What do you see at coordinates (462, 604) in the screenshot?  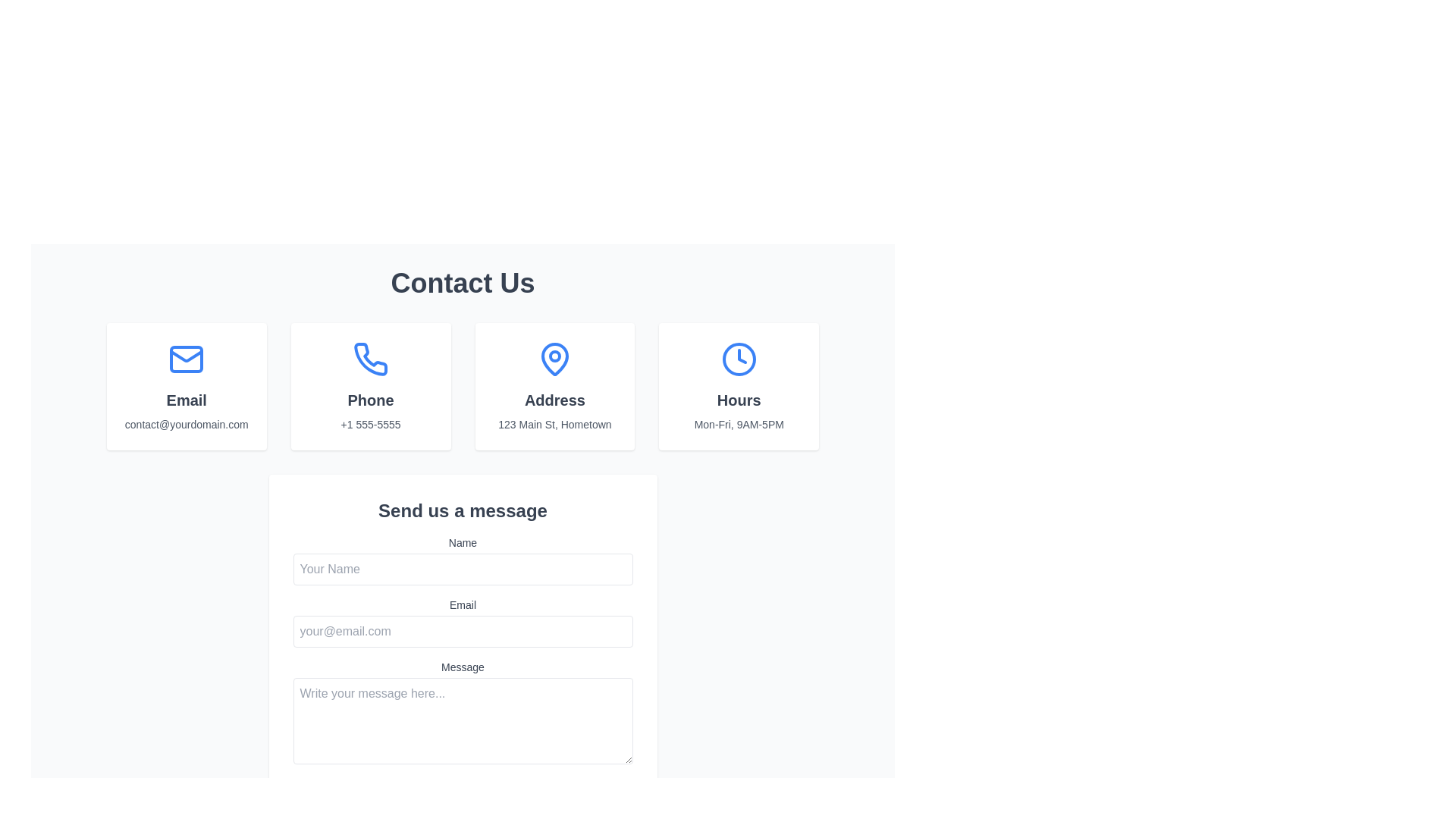 I see `the 'Email' label element, which displays the word 'Email' in a medium-sized, gray font above the email input field in the contact form` at bounding box center [462, 604].